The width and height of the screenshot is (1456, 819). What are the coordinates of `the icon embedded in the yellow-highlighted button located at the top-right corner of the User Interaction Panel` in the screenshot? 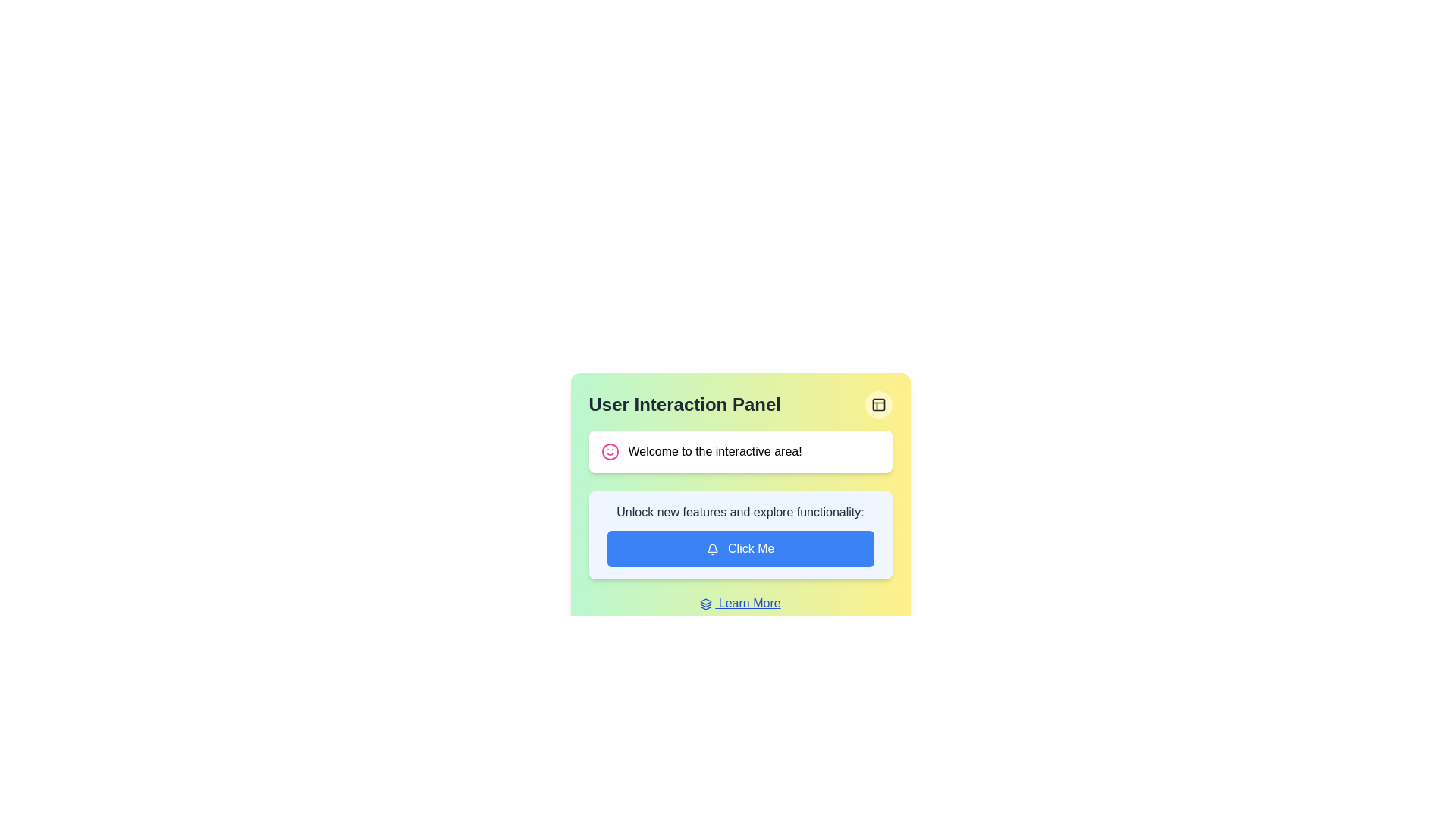 It's located at (878, 403).